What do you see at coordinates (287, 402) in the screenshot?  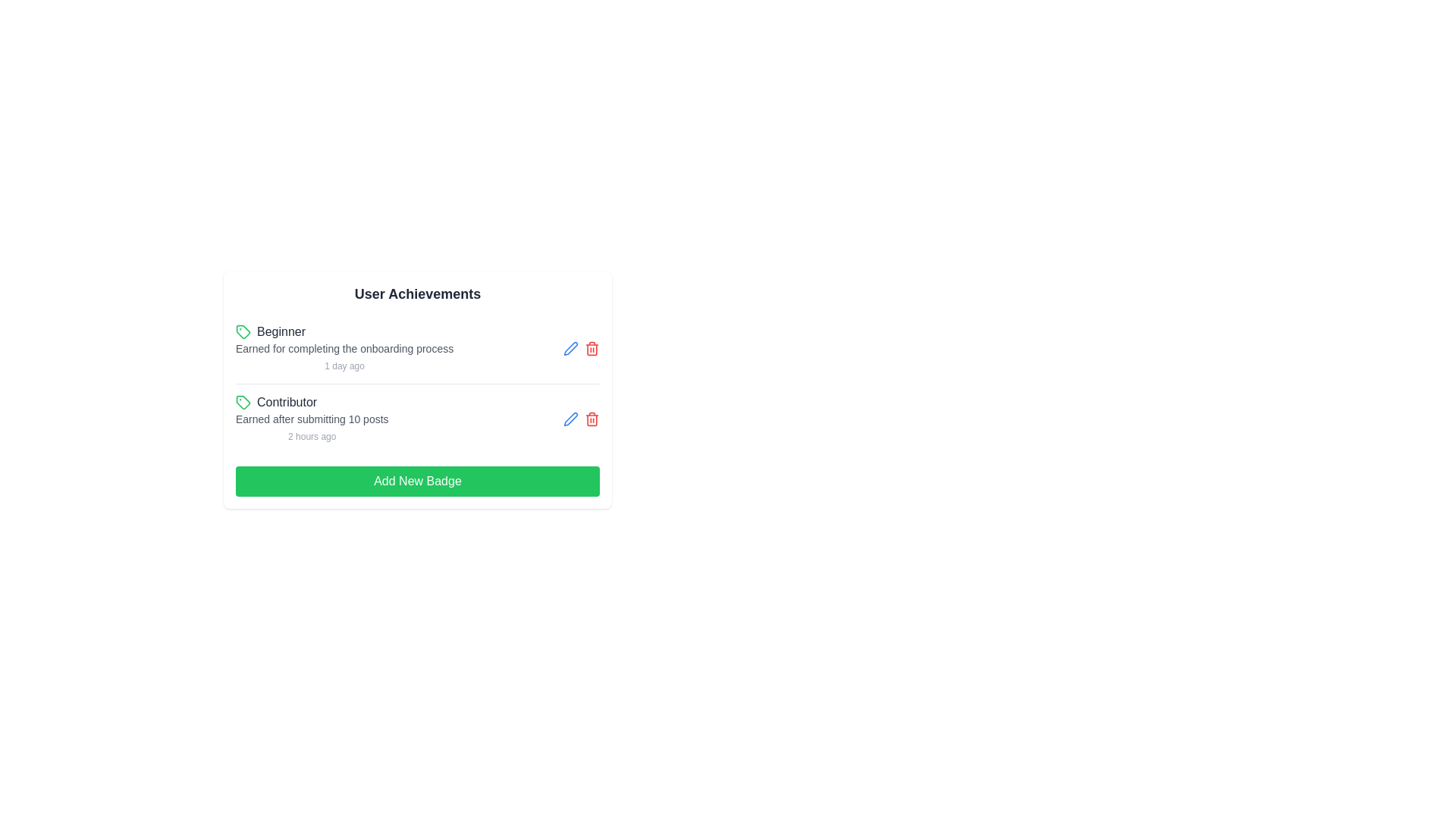 I see `the second text label under 'User Achievements', which indicates a title for a specific achievement category and is located to the right of a green tag icon` at bounding box center [287, 402].